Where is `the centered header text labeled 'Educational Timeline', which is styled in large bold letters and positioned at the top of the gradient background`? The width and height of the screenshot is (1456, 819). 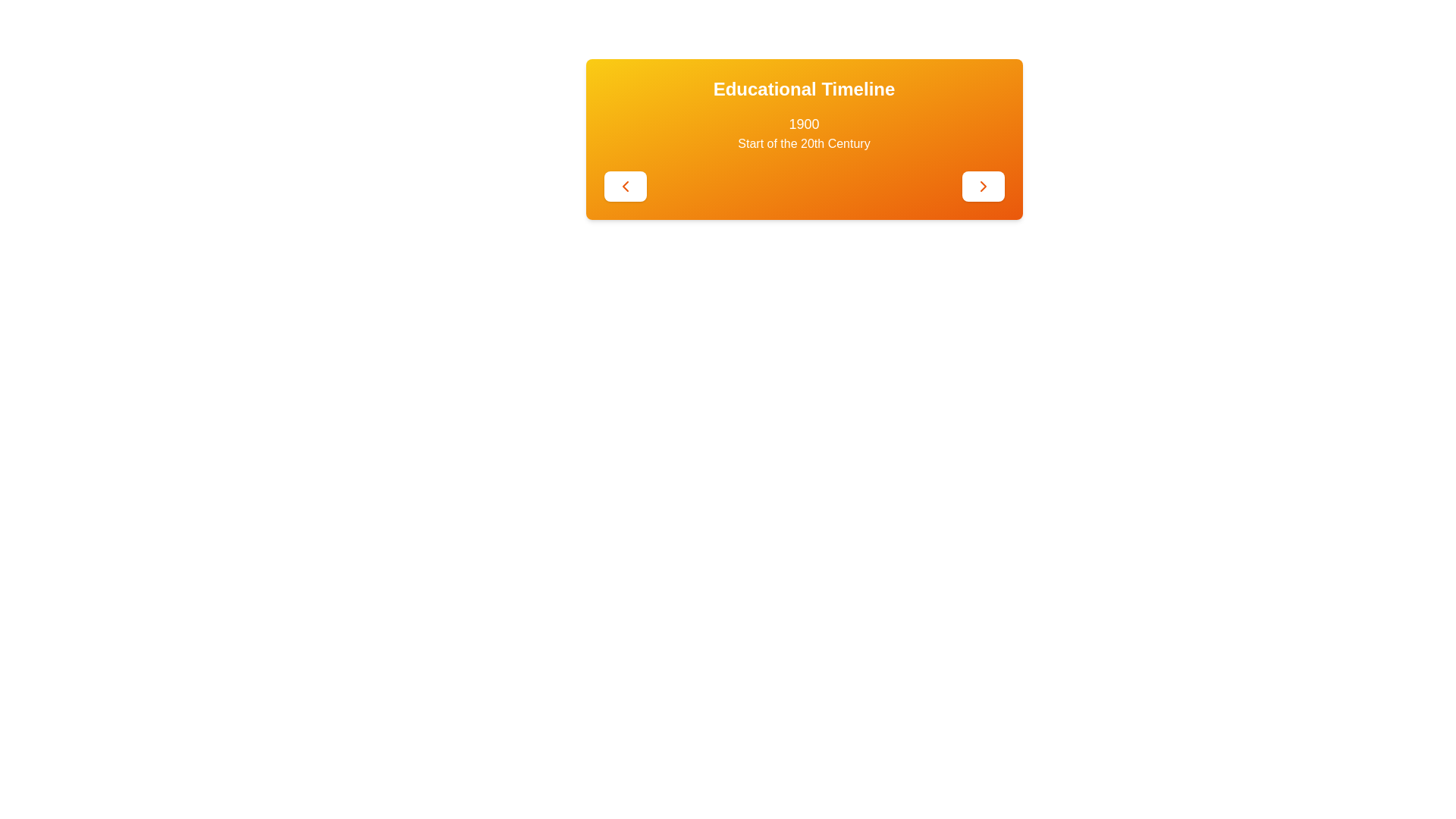
the centered header text labeled 'Educational Timeline', which is styled in large bold letters and positioned at the top of the gradient background is located at coordinates (803, 89).